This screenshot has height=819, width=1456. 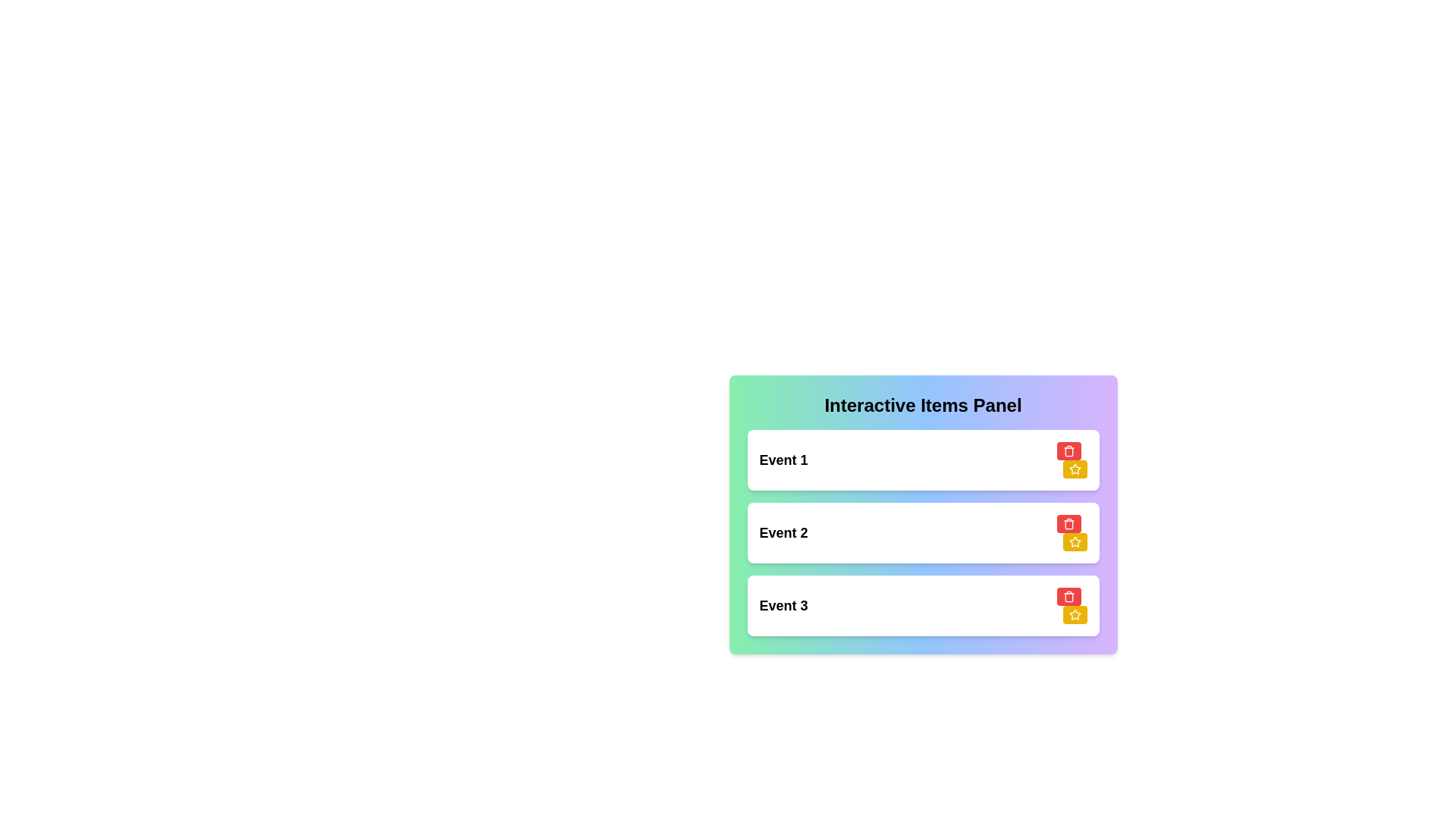 What do you see at coordinates (1074, 614) in the screenshot?
I see `the five-pointed star icon with a hollow outline and yellow fill` at bounding box center [1074, 614].